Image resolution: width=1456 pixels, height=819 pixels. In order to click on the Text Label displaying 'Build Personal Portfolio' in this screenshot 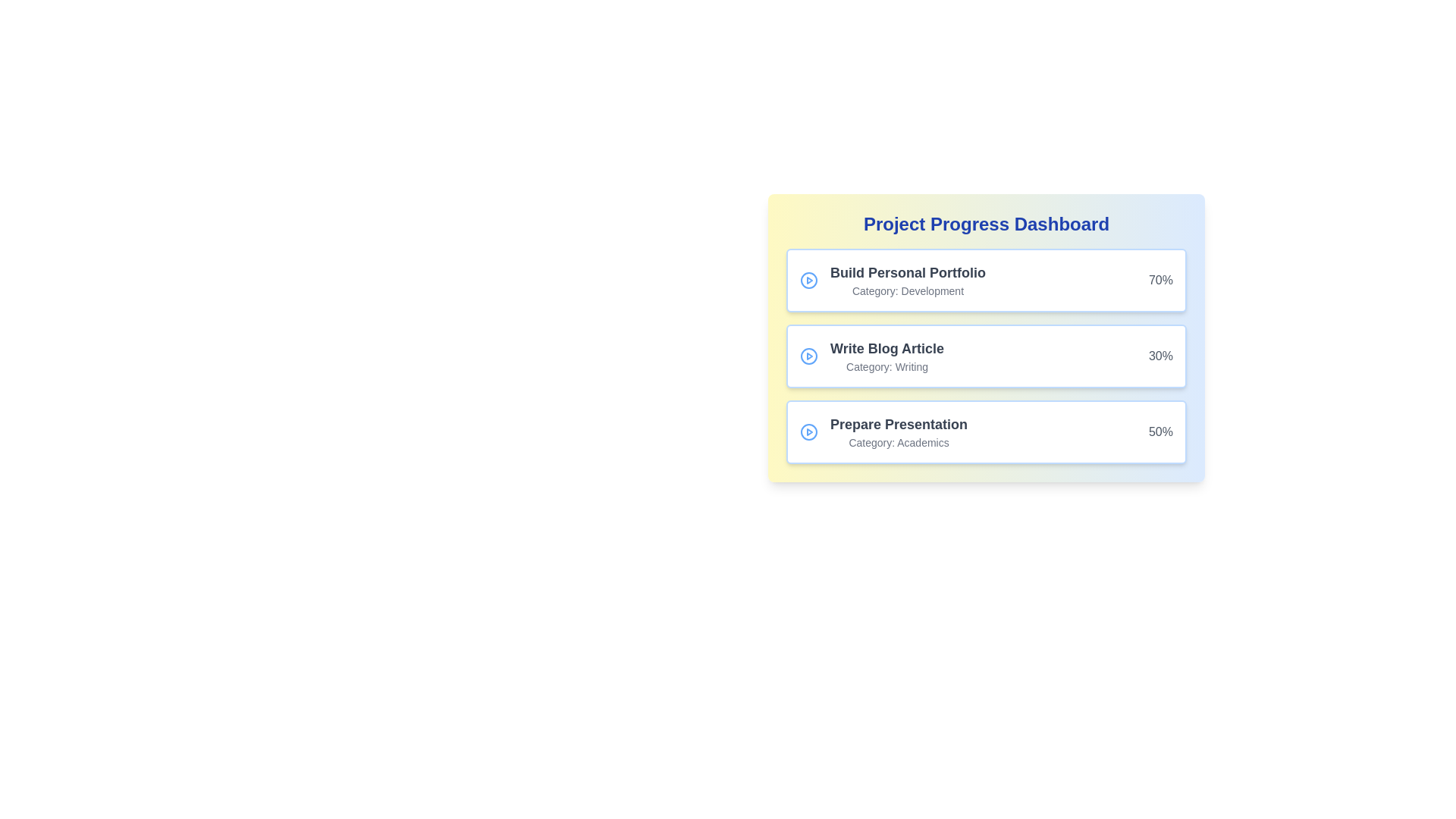, I will do `click(908, 281)`.